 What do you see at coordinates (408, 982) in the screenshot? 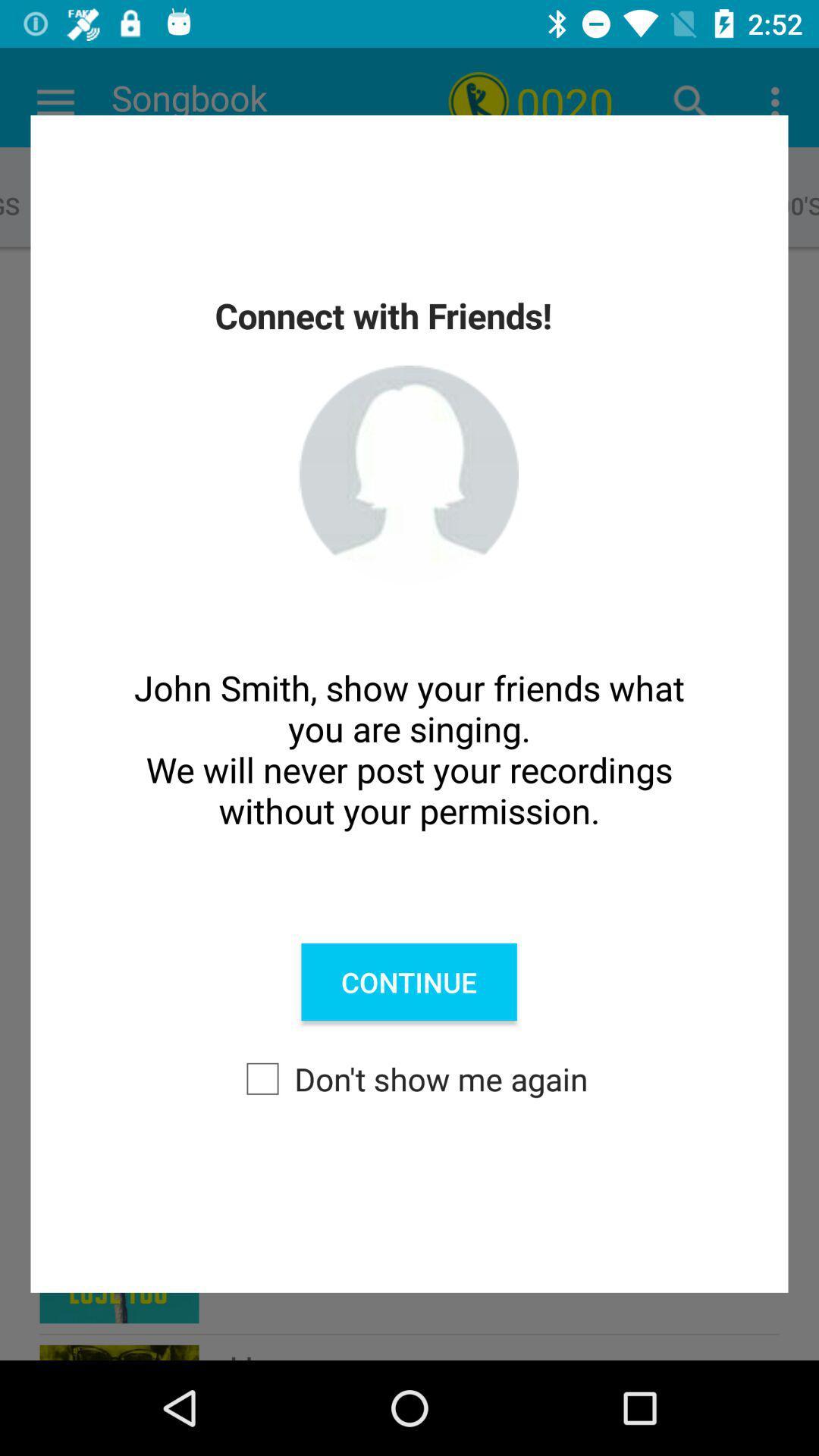
I see `the icon above the don t show icon` at bounding box center [408, 982].